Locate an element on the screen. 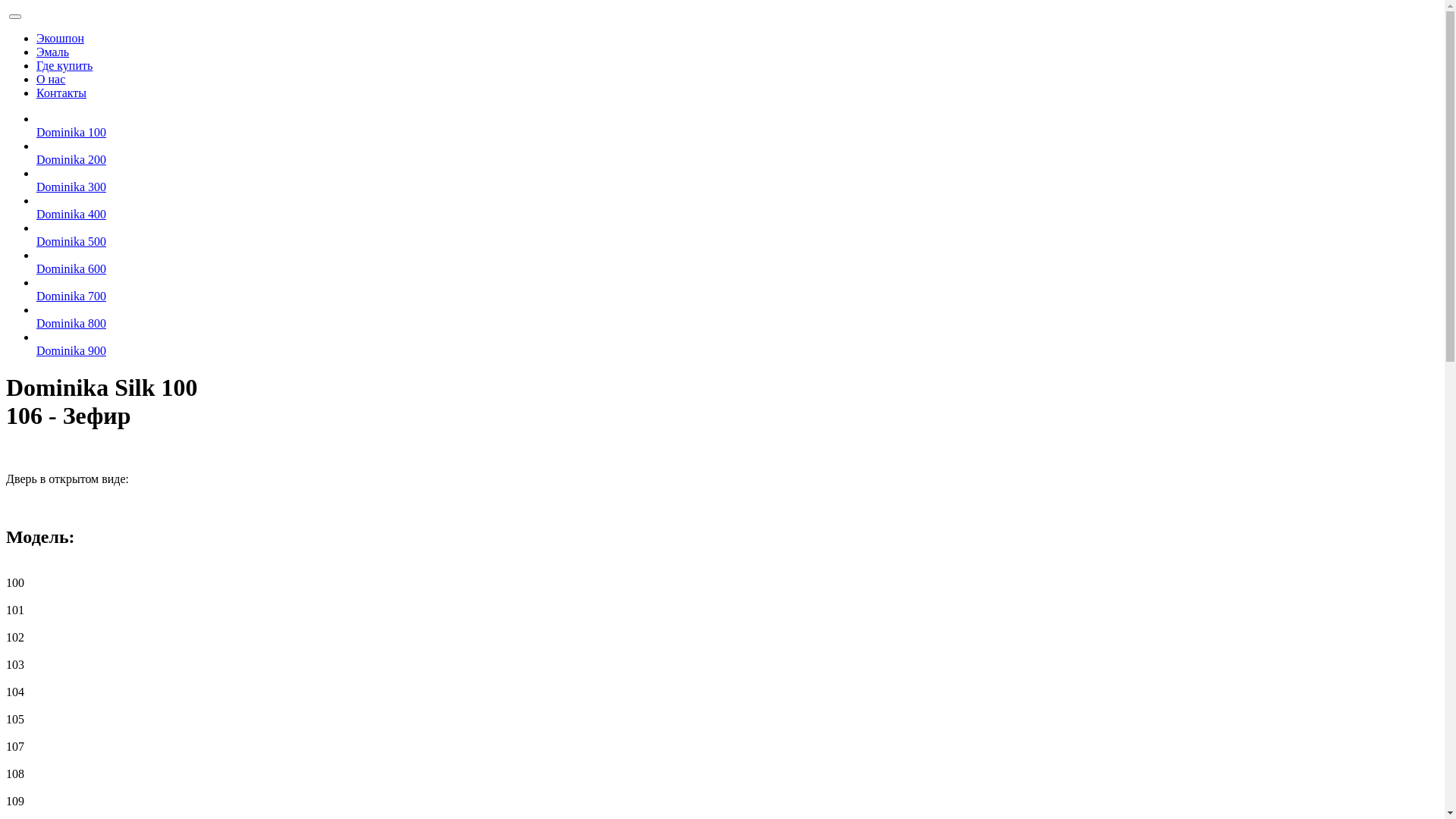  'Dominika 200' is located at coordinates (71, 159).